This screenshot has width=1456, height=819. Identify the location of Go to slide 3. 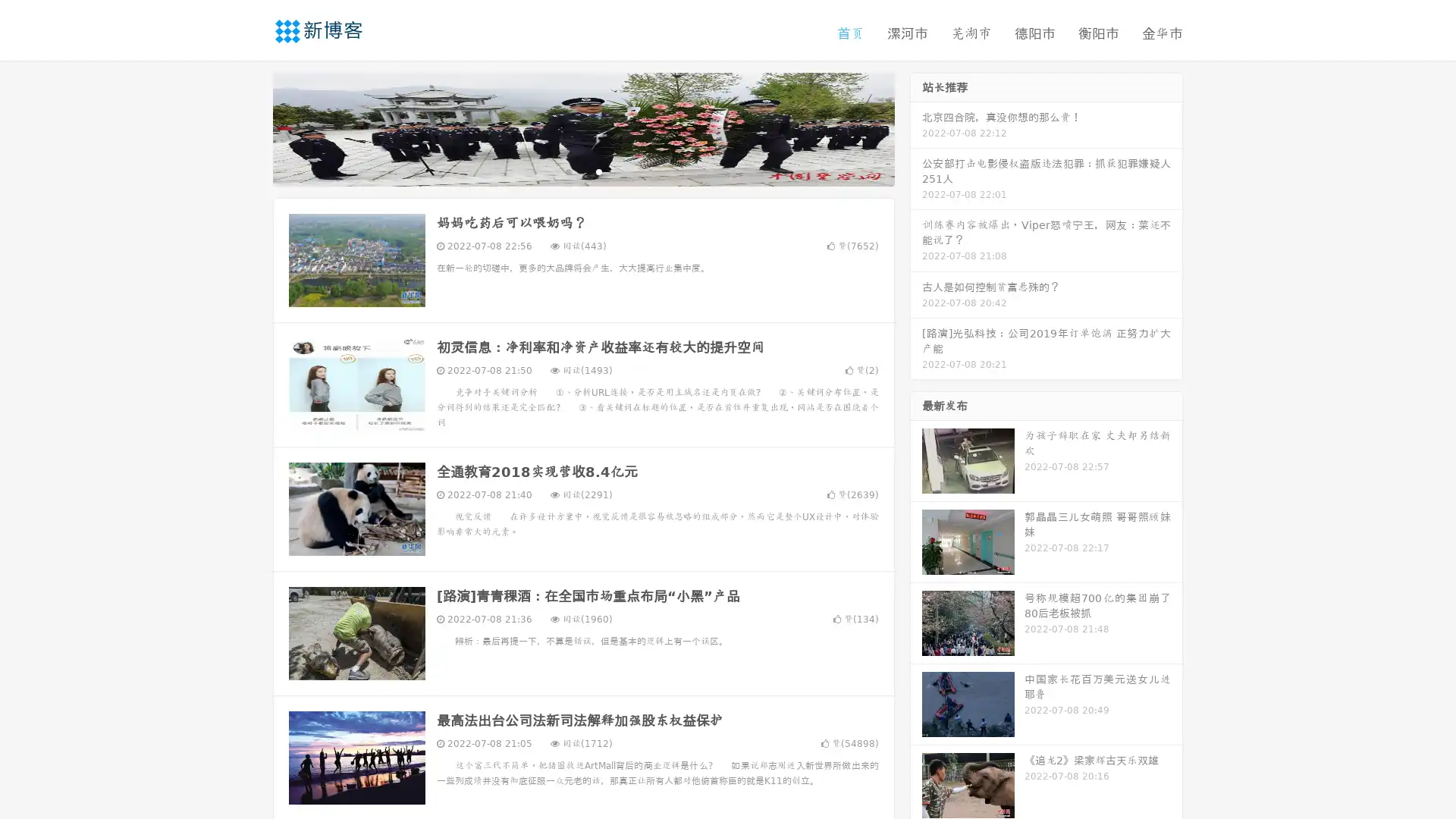
(598, 171).